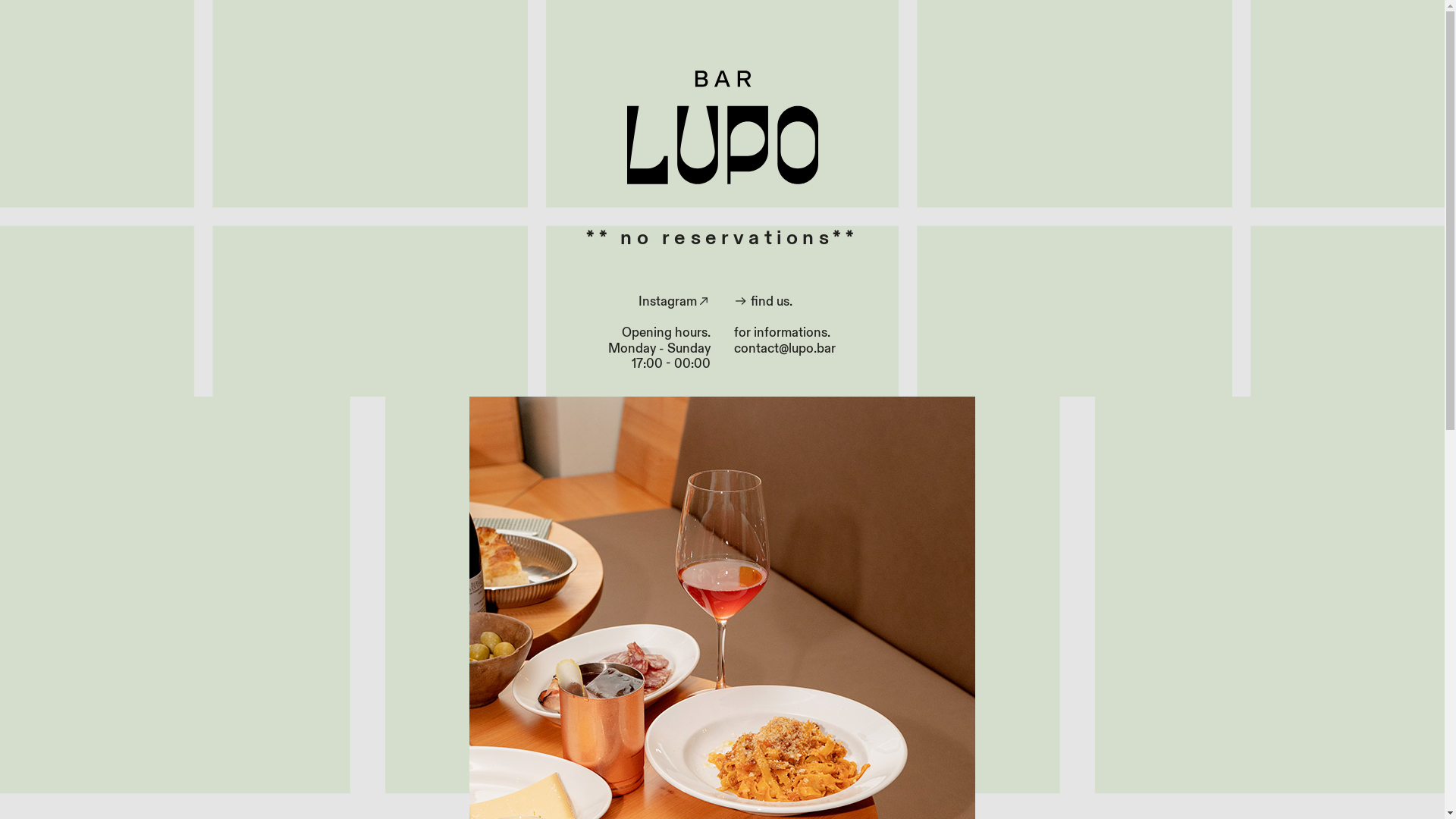 This screenshot has height=819, width=1456. Describe the element at coordinates (785, 348) in the screenshot. I see `'contact@lupo.bar'` at that location.